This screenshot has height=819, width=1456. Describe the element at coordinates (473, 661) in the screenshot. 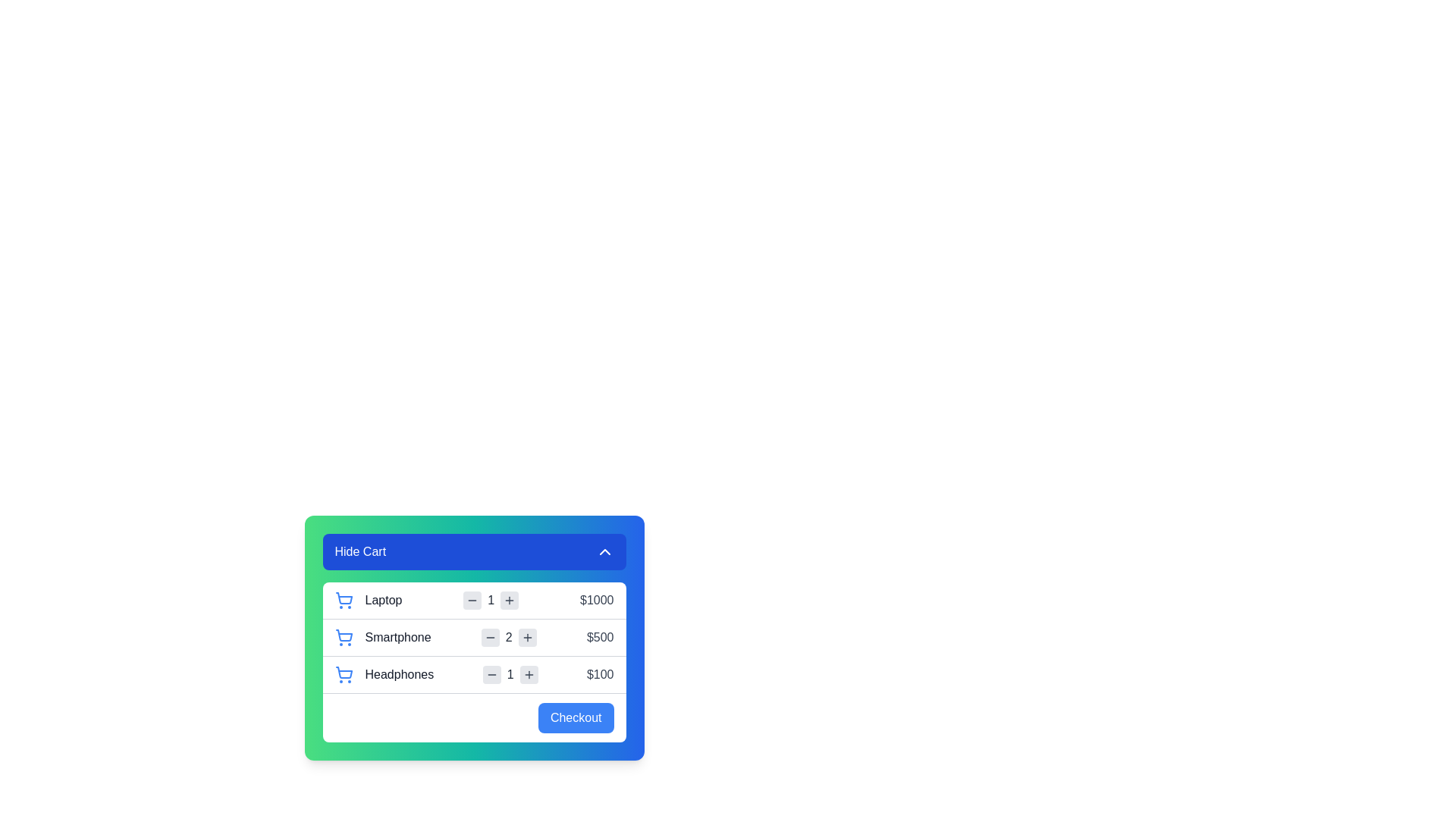

I see `the plus or minus buttons to adjust the quantity of the product listed in the shopping cart, which is the third row in the product details section of the modal layout` at that location.